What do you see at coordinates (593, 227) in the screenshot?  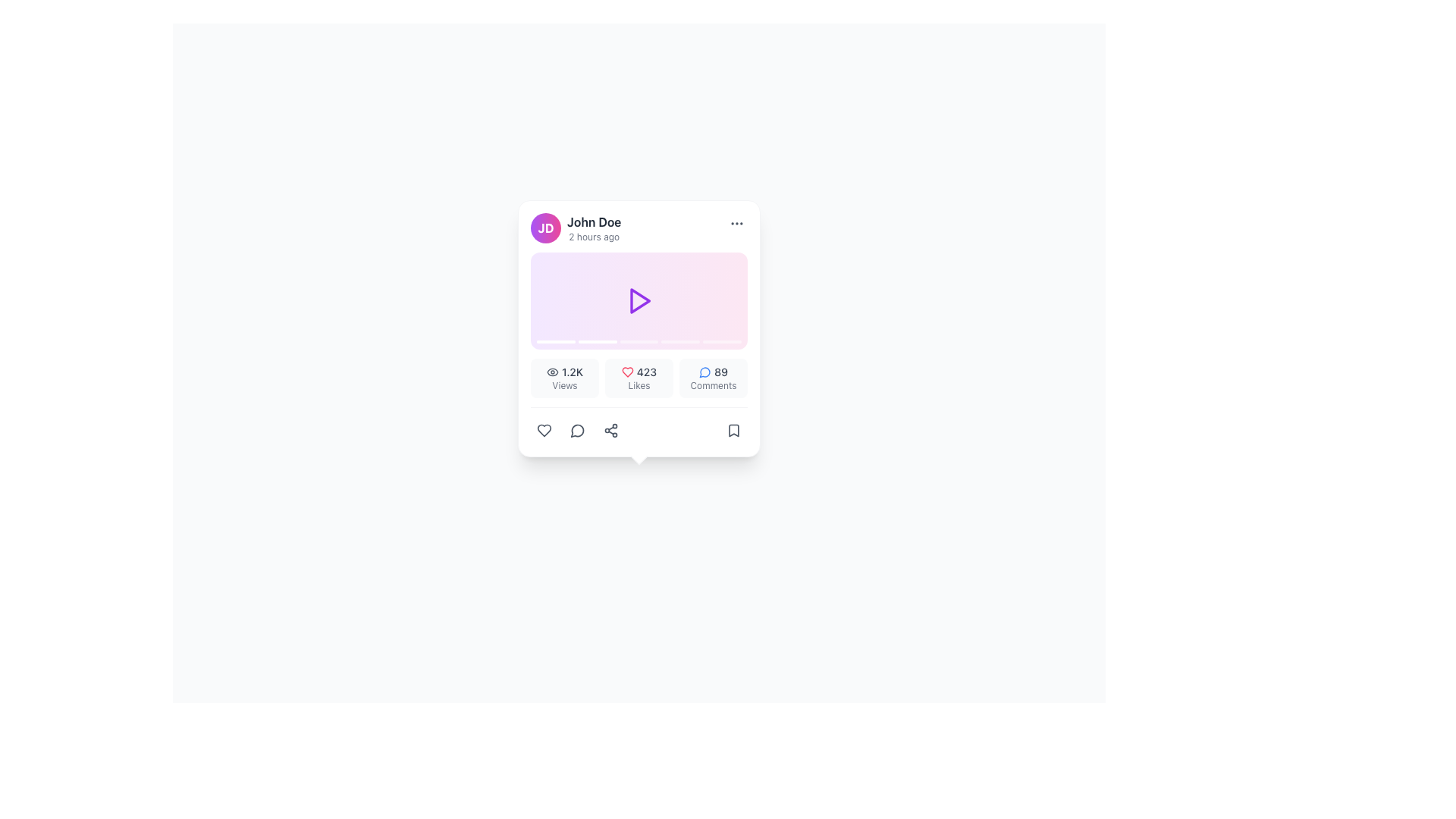 I see `the text block displaying the author's username 'John Doe' and the timestamp '2 hours ago', located beneath the circular avatar labeled 'JD'` at bounding box center [593, 227].